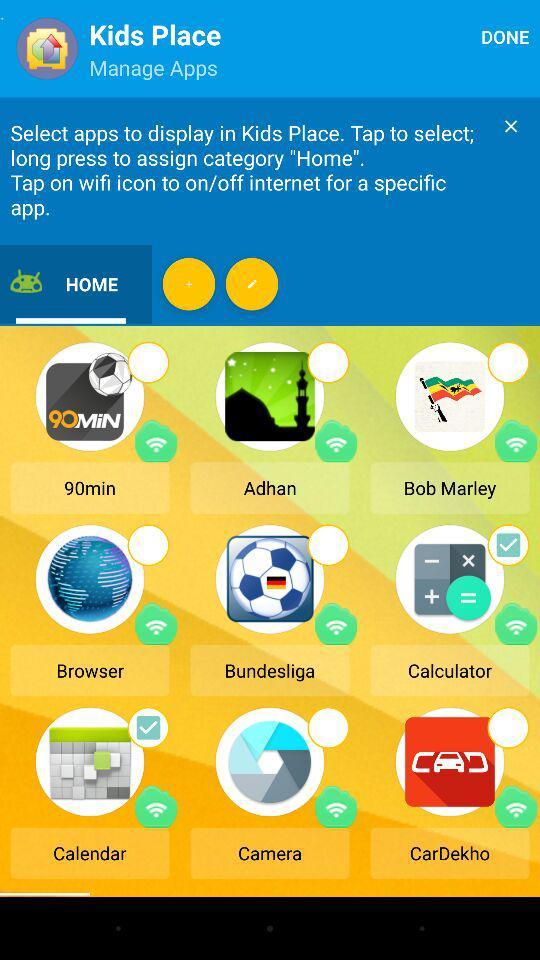  I want to click on switch internet on/off for browser app, so click(155, 623).